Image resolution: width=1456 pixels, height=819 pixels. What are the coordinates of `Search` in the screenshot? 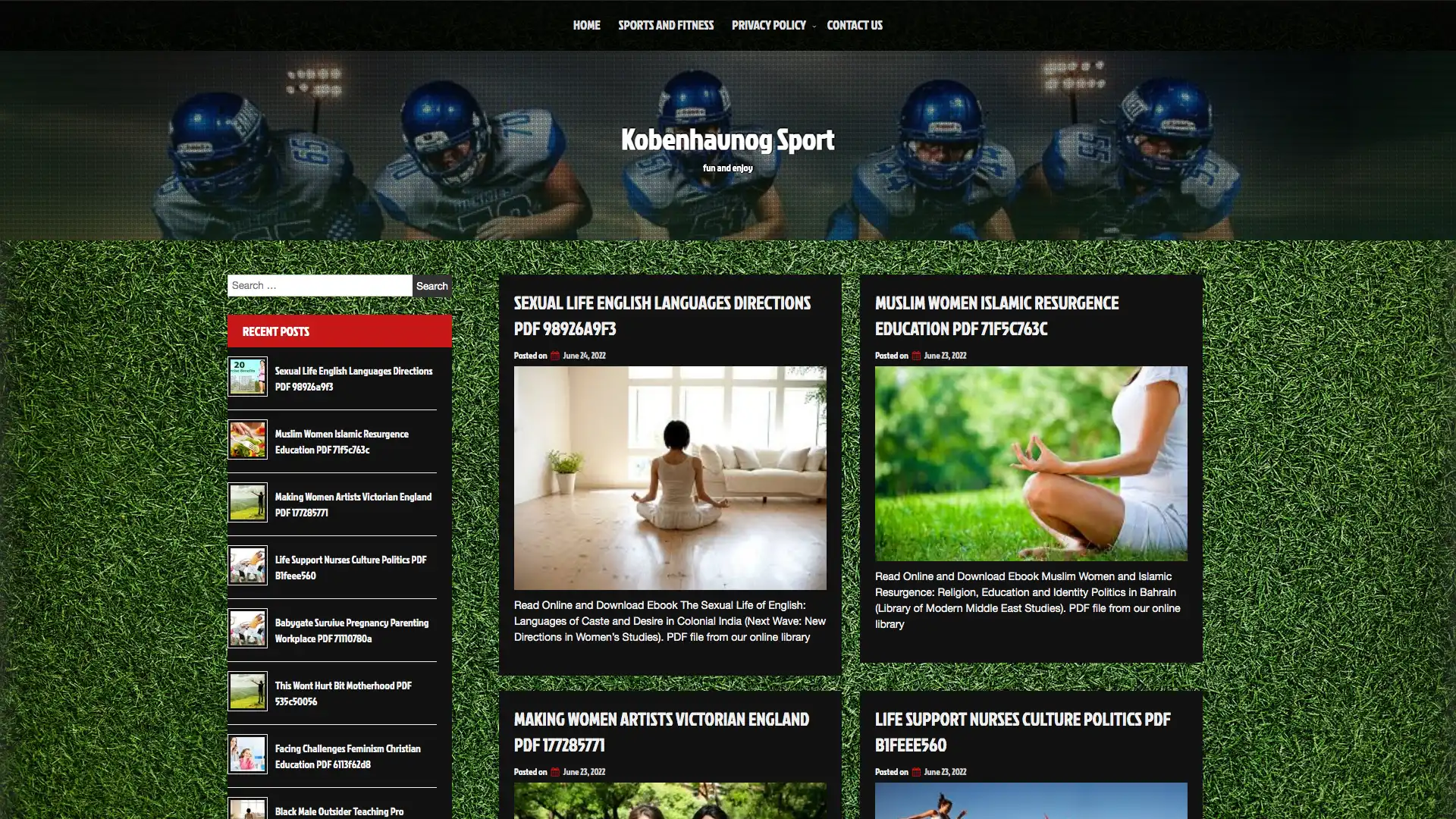 It's located at (431, 286).